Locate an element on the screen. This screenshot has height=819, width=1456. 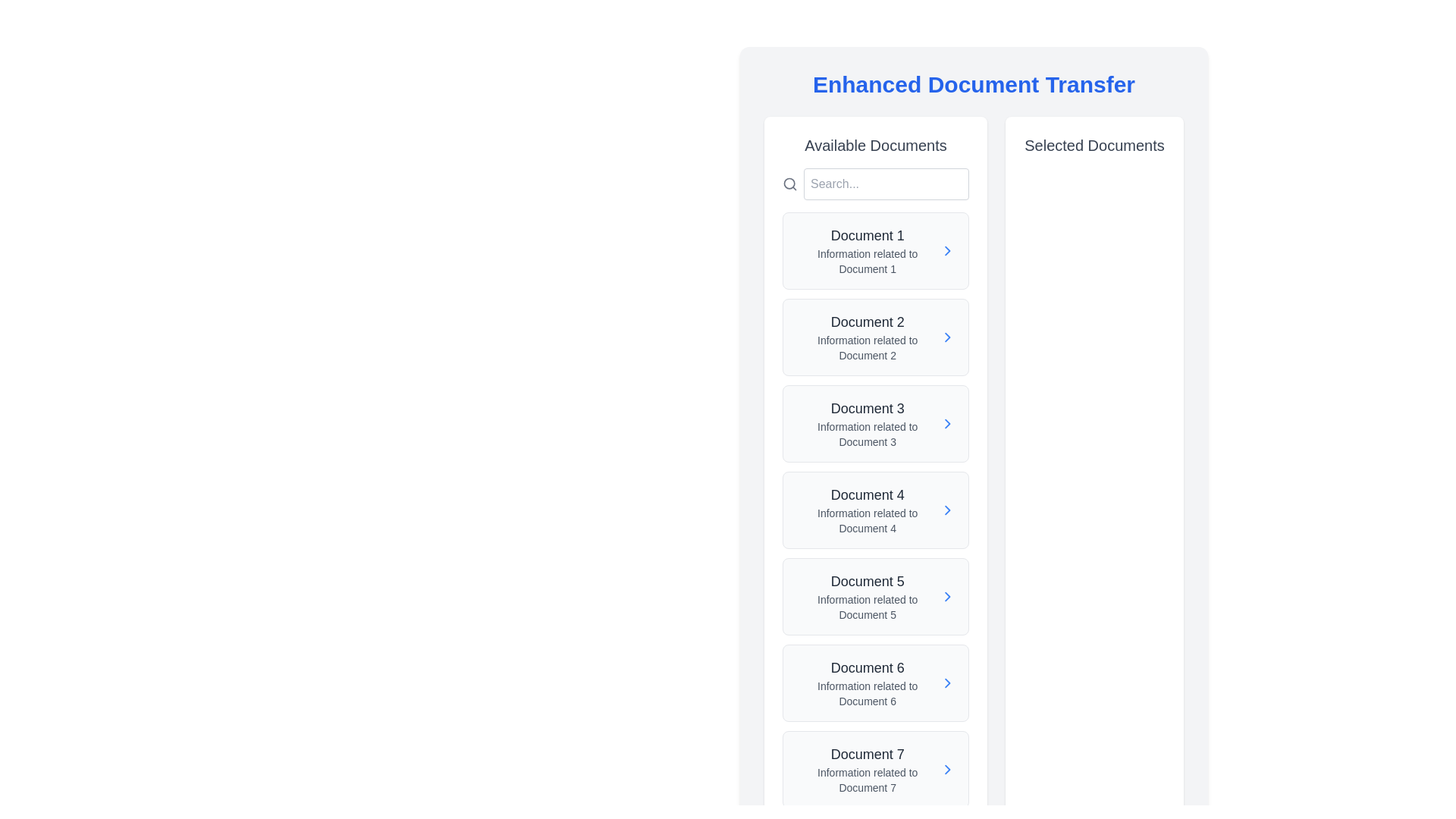
the right-pointing chevron arrow icon styled in blue located within the content box of 'Document 5' is located at coordinates (946, 595).